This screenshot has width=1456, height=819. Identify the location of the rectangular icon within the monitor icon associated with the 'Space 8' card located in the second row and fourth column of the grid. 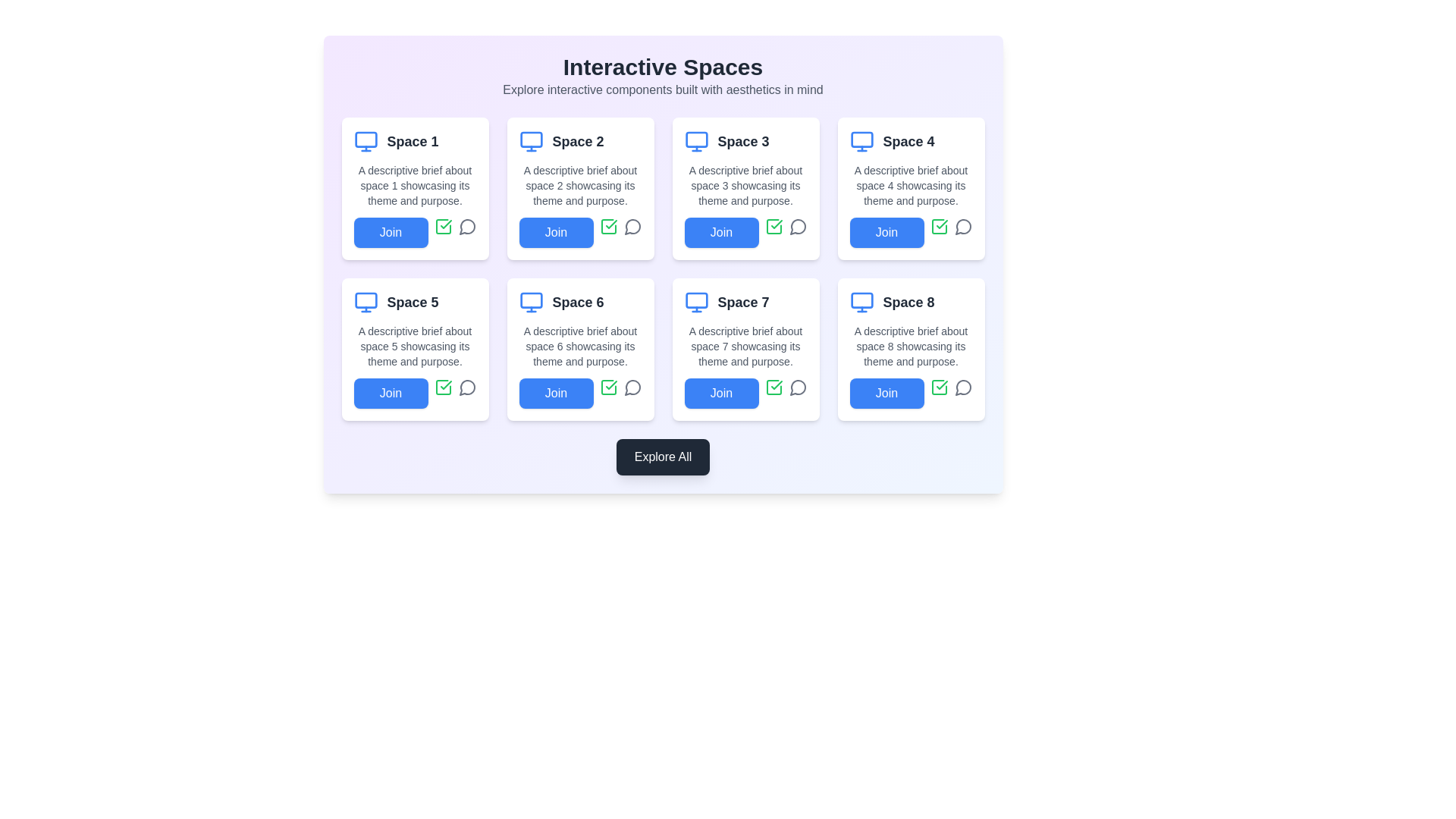
(861, 300).